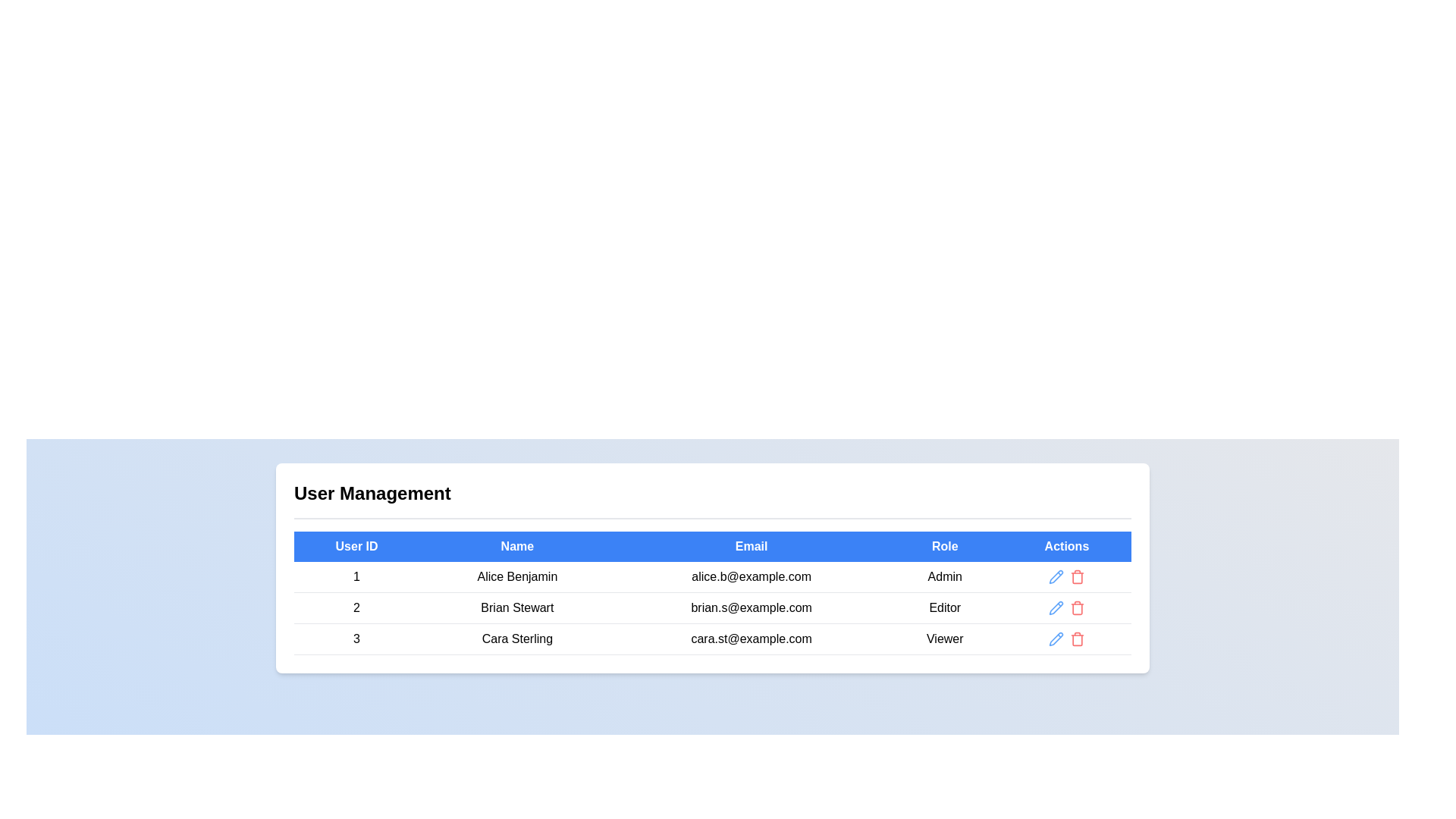  I want to click on the text element displaying 'Alice Benjamin' in the User Management section, located in the second column of the first row of the table, so click(517, 577).